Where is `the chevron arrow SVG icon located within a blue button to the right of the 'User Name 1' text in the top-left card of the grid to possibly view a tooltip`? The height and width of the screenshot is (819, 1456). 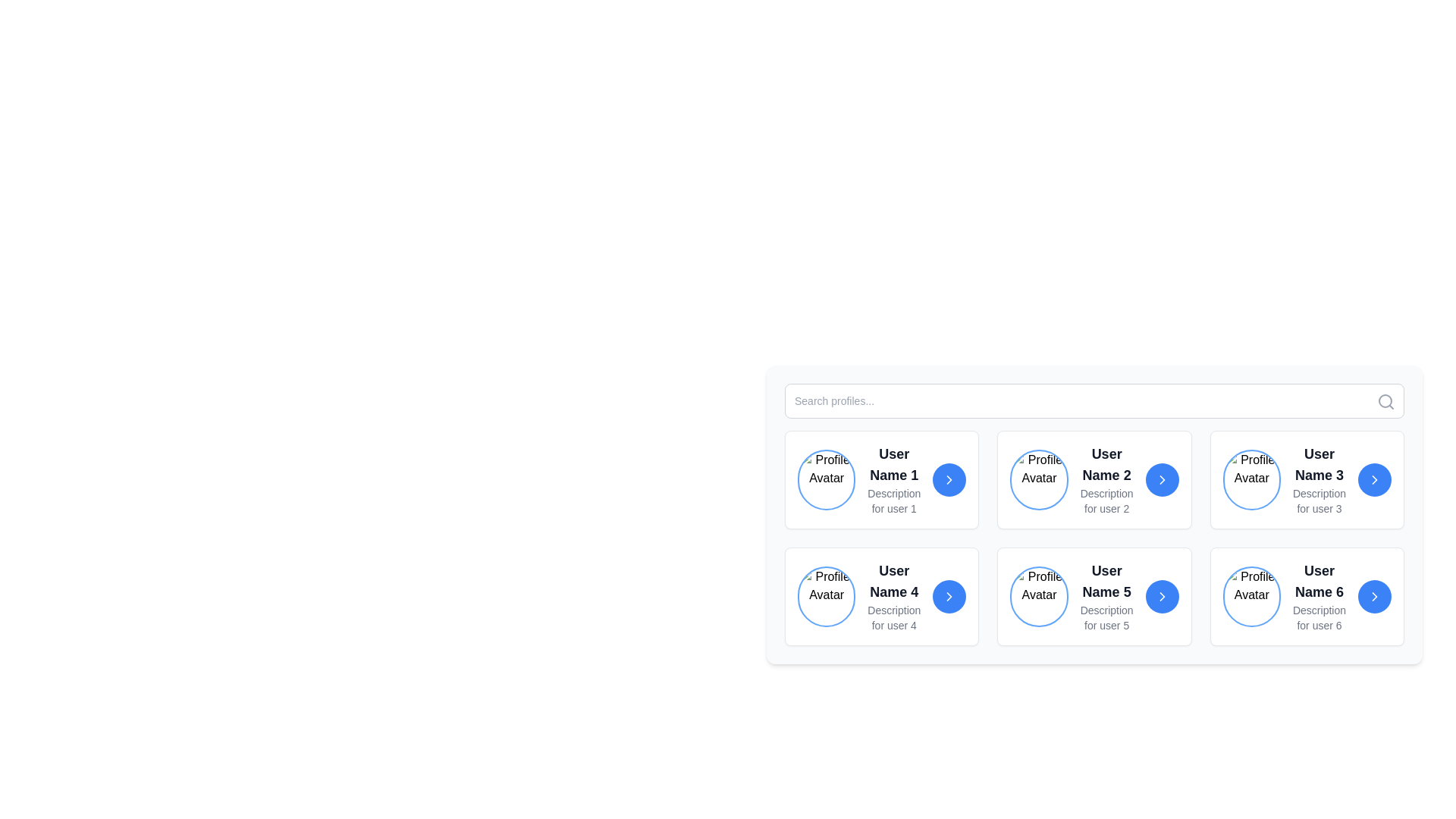
the chevron arrow SVG icon located within a blue button to the right of the 'User Name 1' text in the top-left card of the grid to possibly view a tooltip is located at coordinates (949, 479).